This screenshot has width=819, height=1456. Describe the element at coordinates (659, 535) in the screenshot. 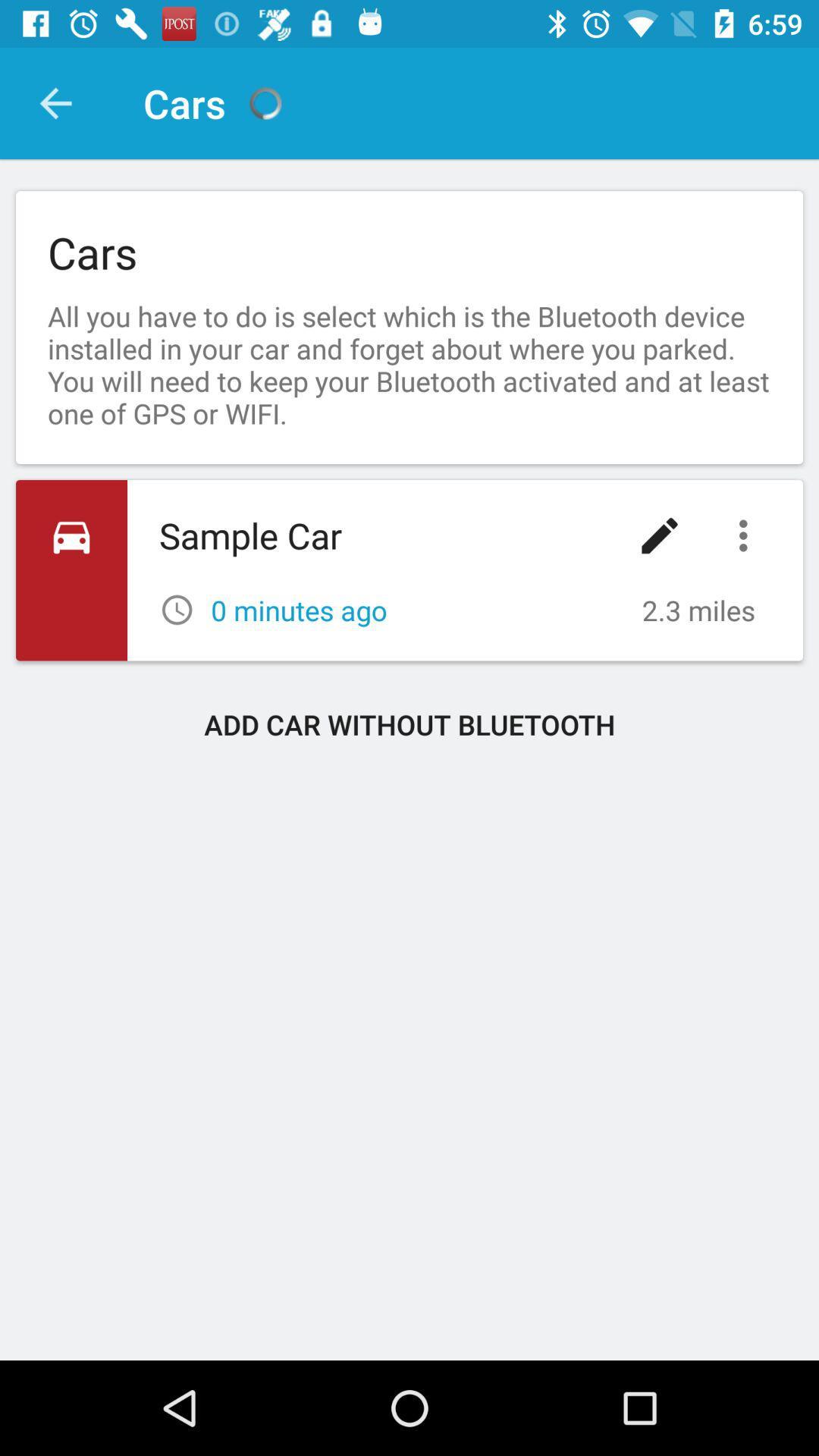

I see `icon to the right of sample car icon` at that location.